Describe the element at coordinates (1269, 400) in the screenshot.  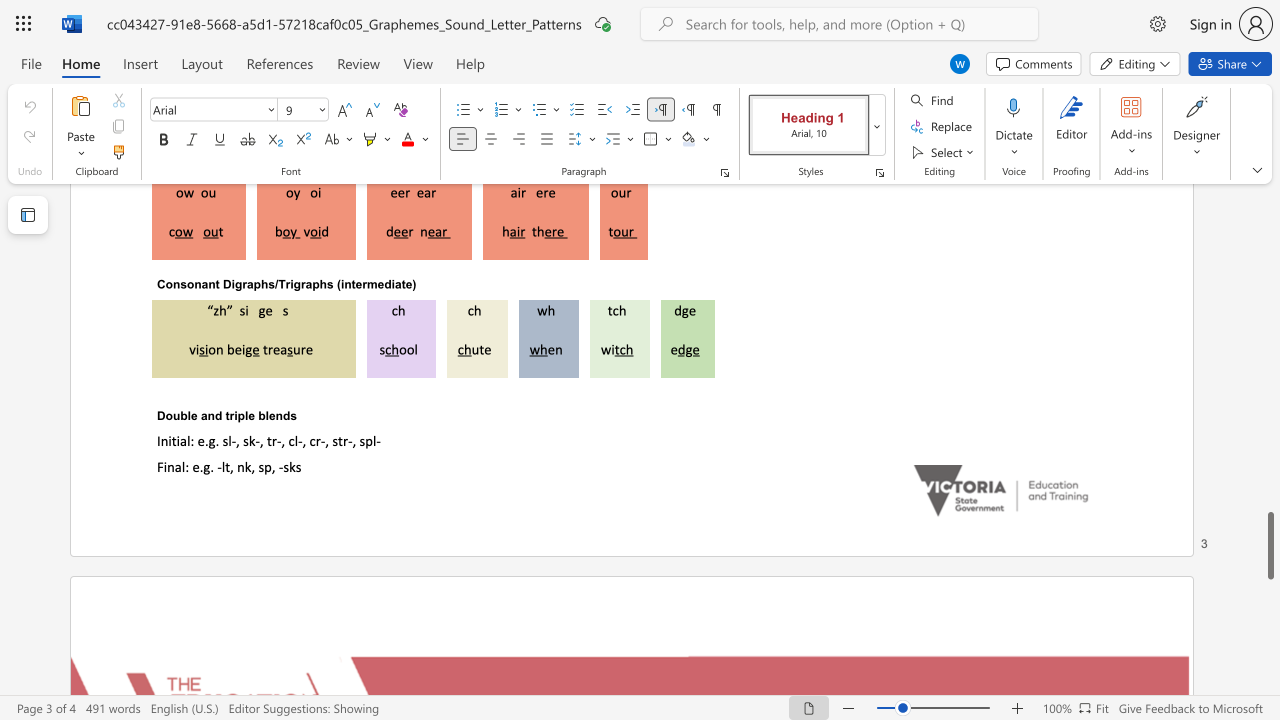
I see `the scrollbar to slide the page up` at that location.